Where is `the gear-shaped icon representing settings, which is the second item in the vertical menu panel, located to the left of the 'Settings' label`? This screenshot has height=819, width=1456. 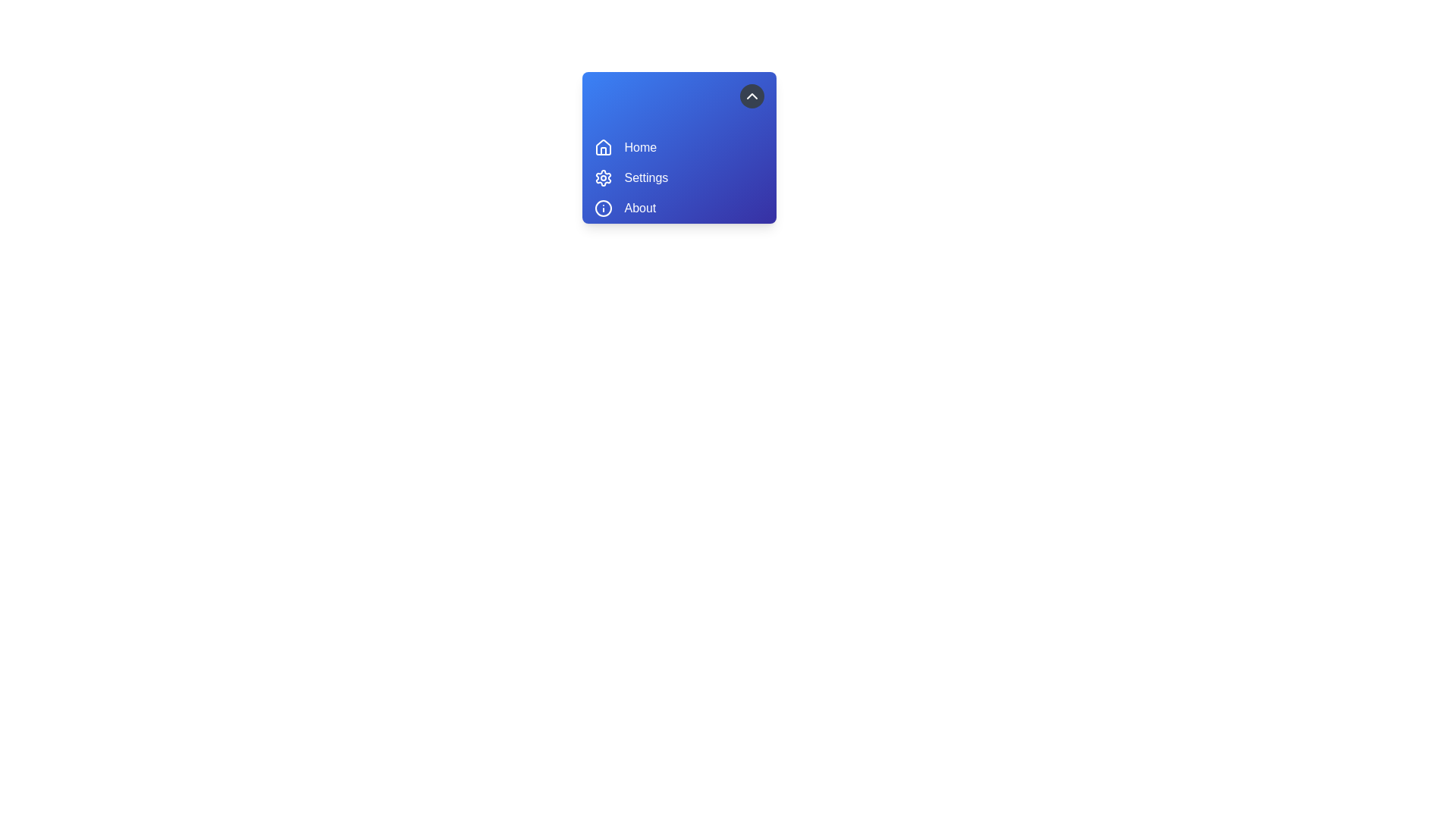 the gear-shaped icon representing settings, which is the second item in the vertical menu panel, located to the left of the 'Settings' label is located at coordinates (602, 177).